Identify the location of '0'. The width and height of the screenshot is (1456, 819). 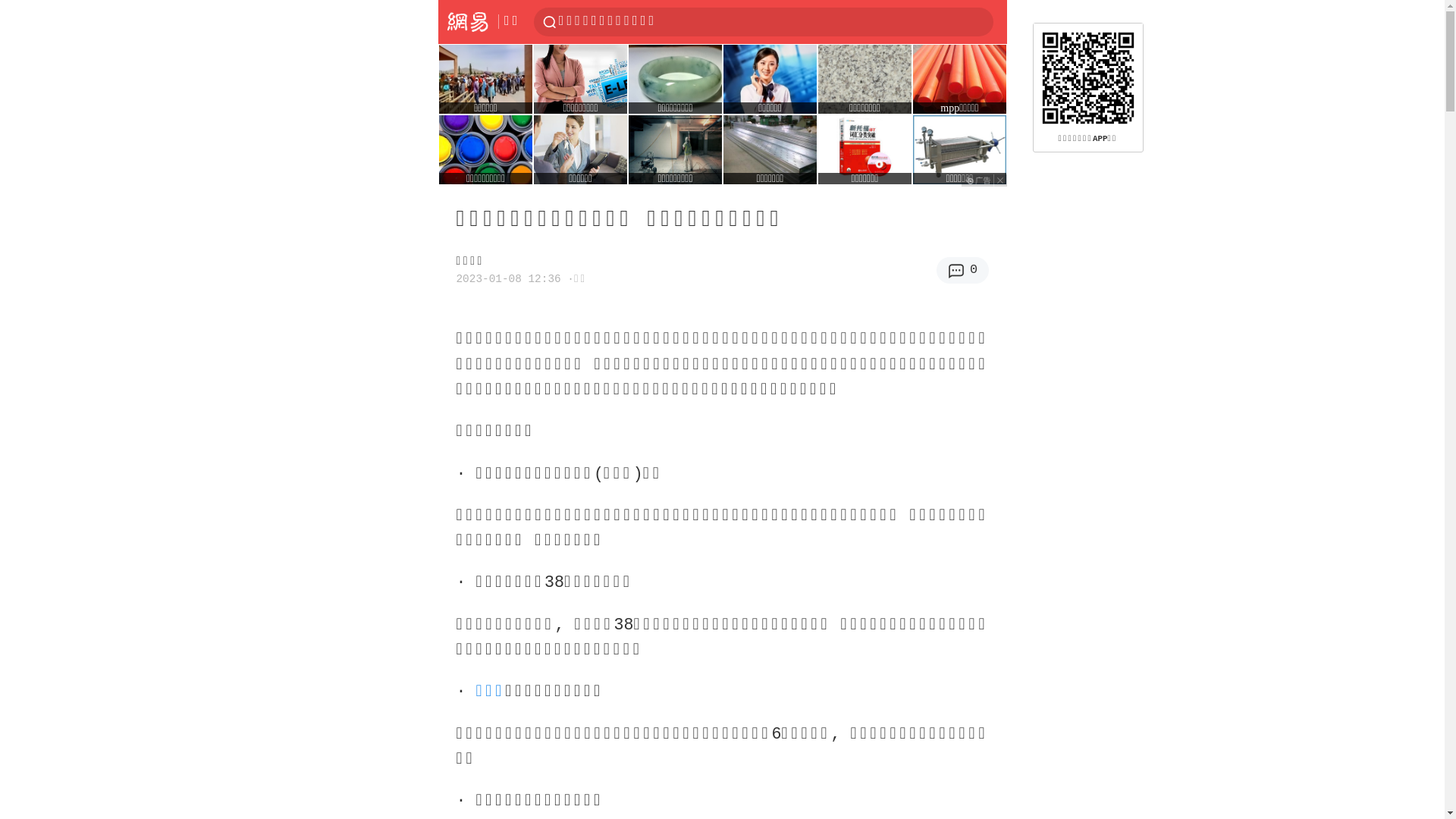
(935, 269).